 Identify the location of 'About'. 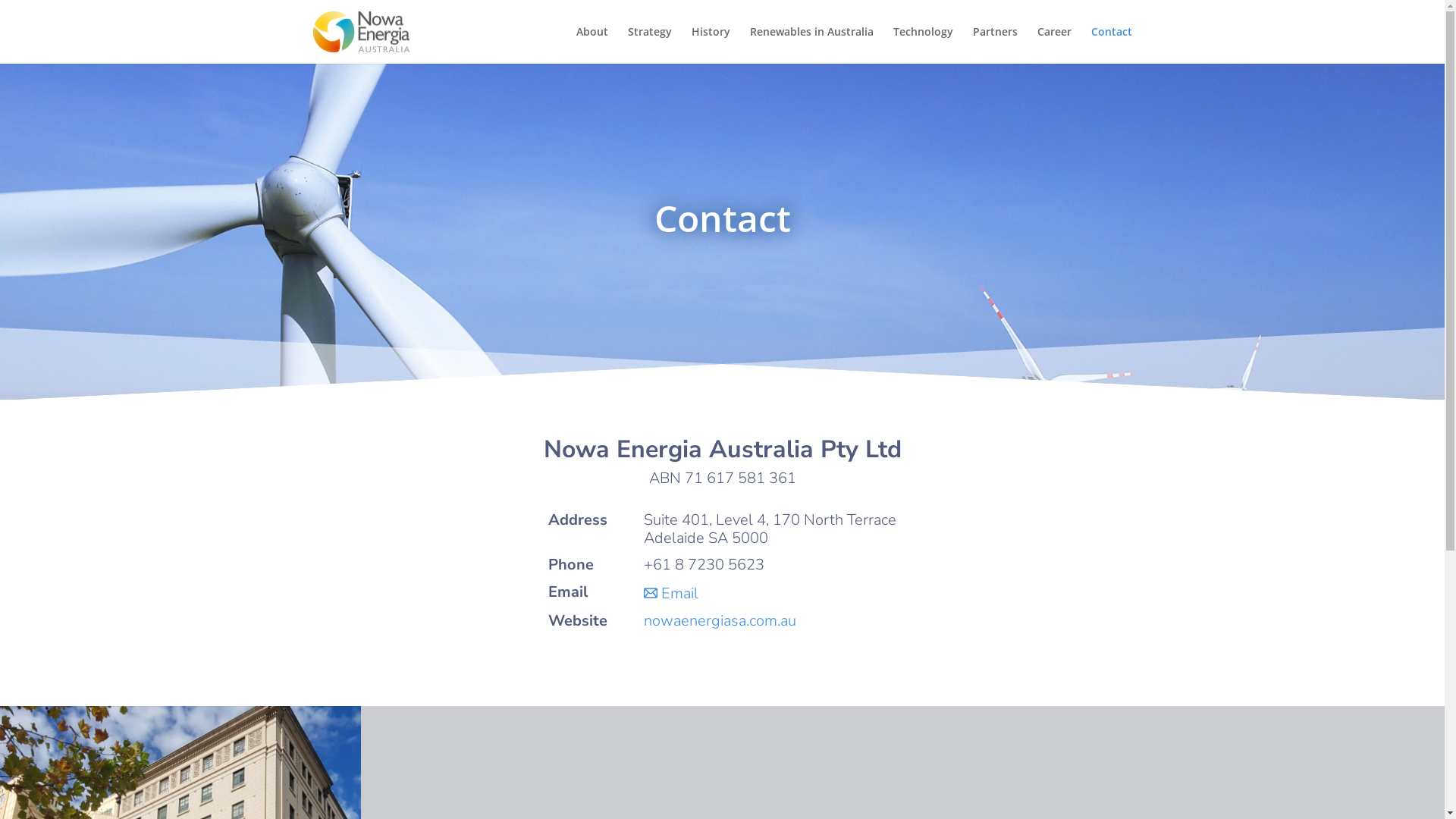
(575, 44).